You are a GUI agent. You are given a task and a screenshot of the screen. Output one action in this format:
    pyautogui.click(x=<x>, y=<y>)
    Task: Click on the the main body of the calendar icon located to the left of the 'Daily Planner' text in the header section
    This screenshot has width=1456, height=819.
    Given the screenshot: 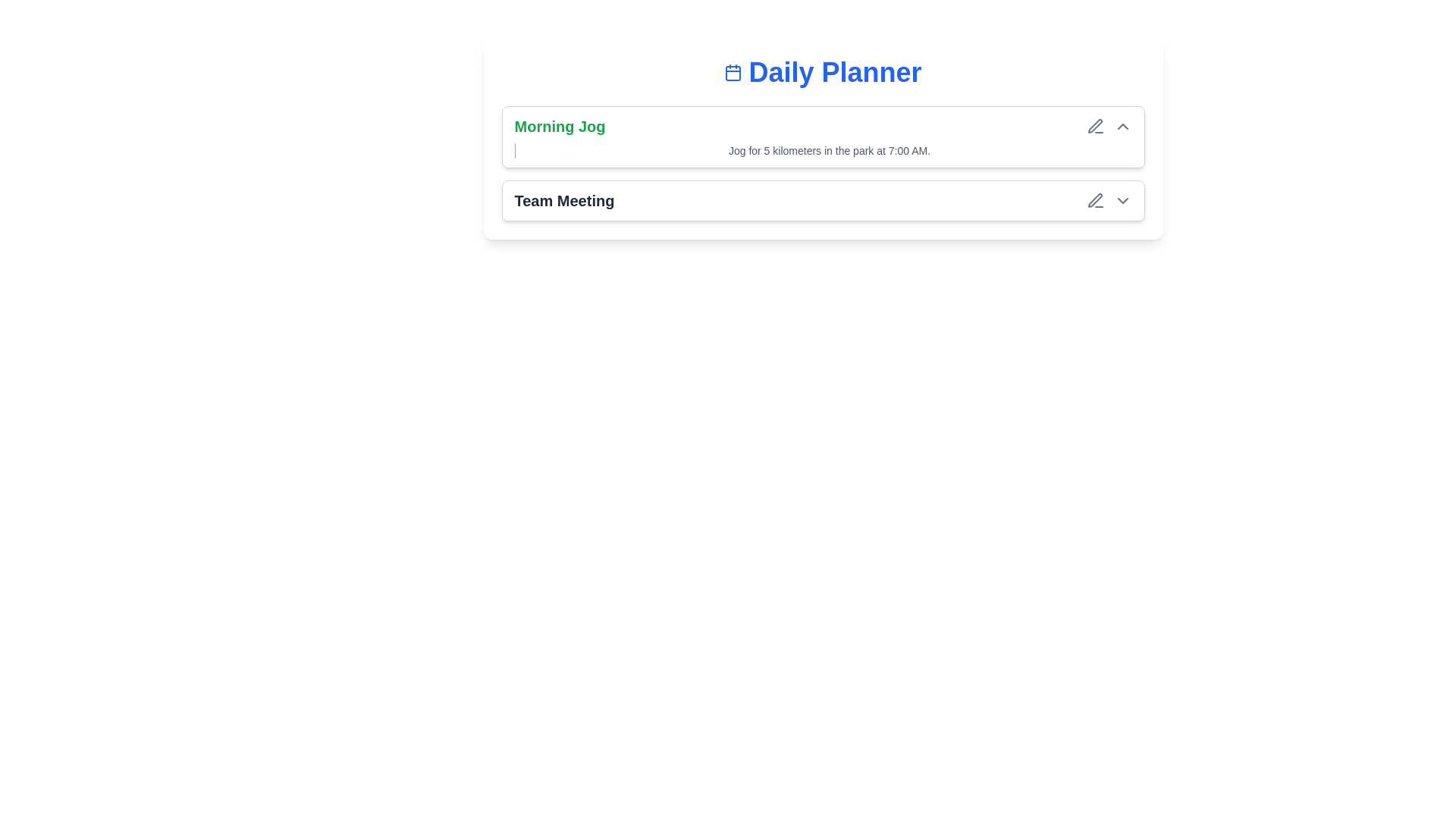 What is the action you would take?
    pyautogui.click(x=733, y=73)
    